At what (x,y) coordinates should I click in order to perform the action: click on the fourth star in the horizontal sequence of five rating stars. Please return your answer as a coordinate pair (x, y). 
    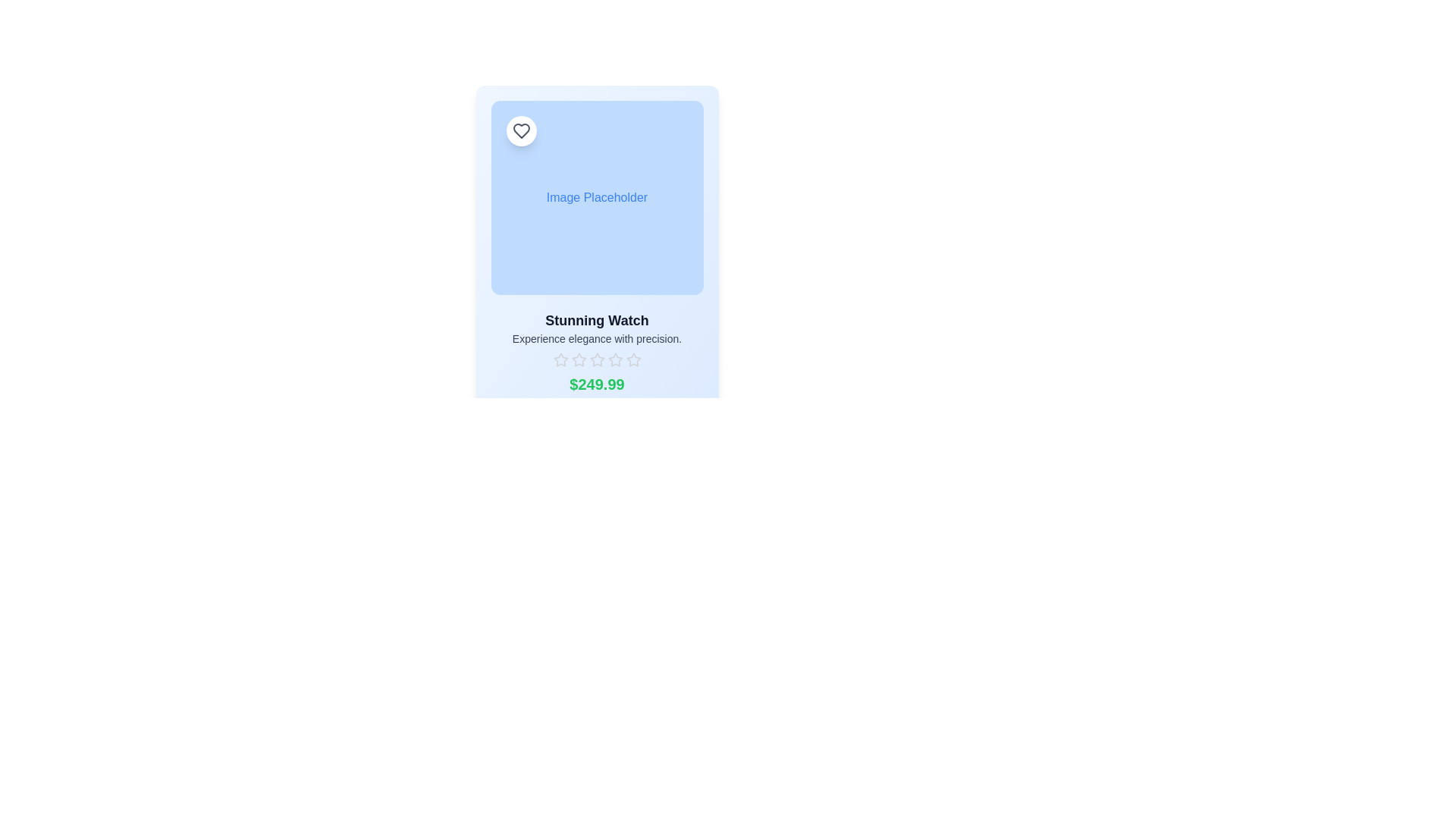
    Looking at the image, I should click on (633, 359).